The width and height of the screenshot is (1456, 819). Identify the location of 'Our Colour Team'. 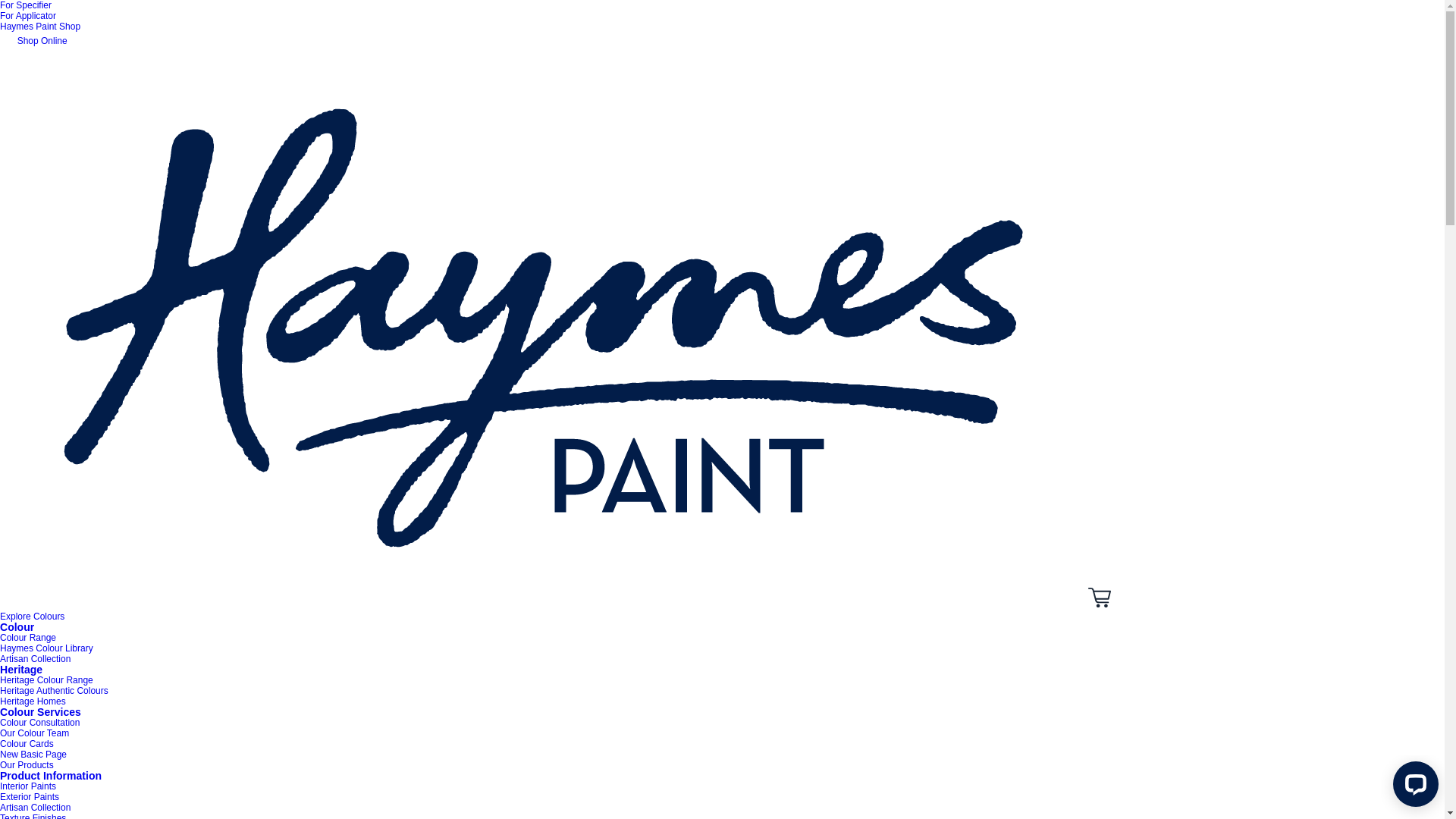
(0, 733).